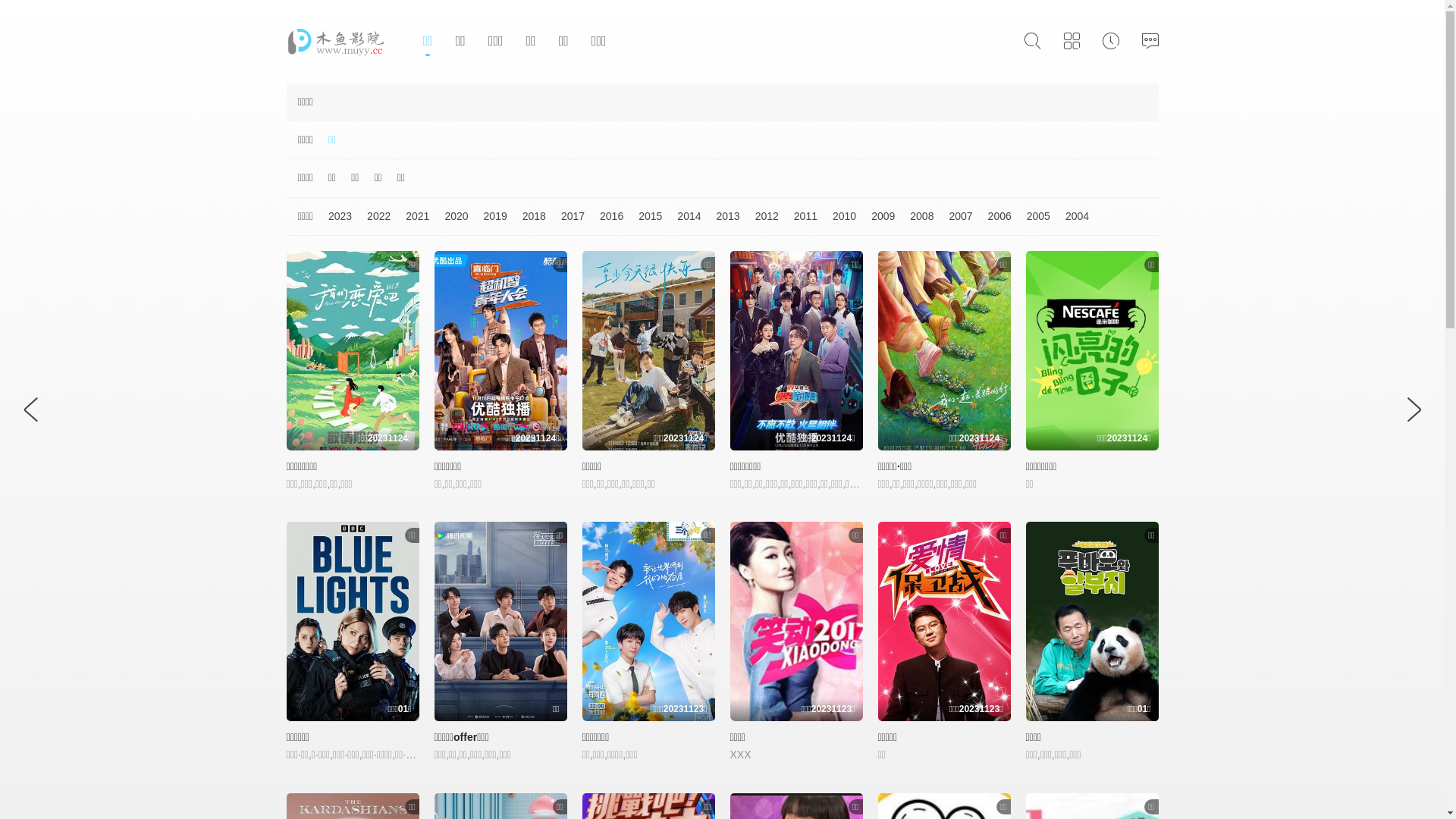 This screenshot has height=819, width=1456. Describe the element at coordinates (720, 216) in the screenshot. I see `'2013'` at that location.